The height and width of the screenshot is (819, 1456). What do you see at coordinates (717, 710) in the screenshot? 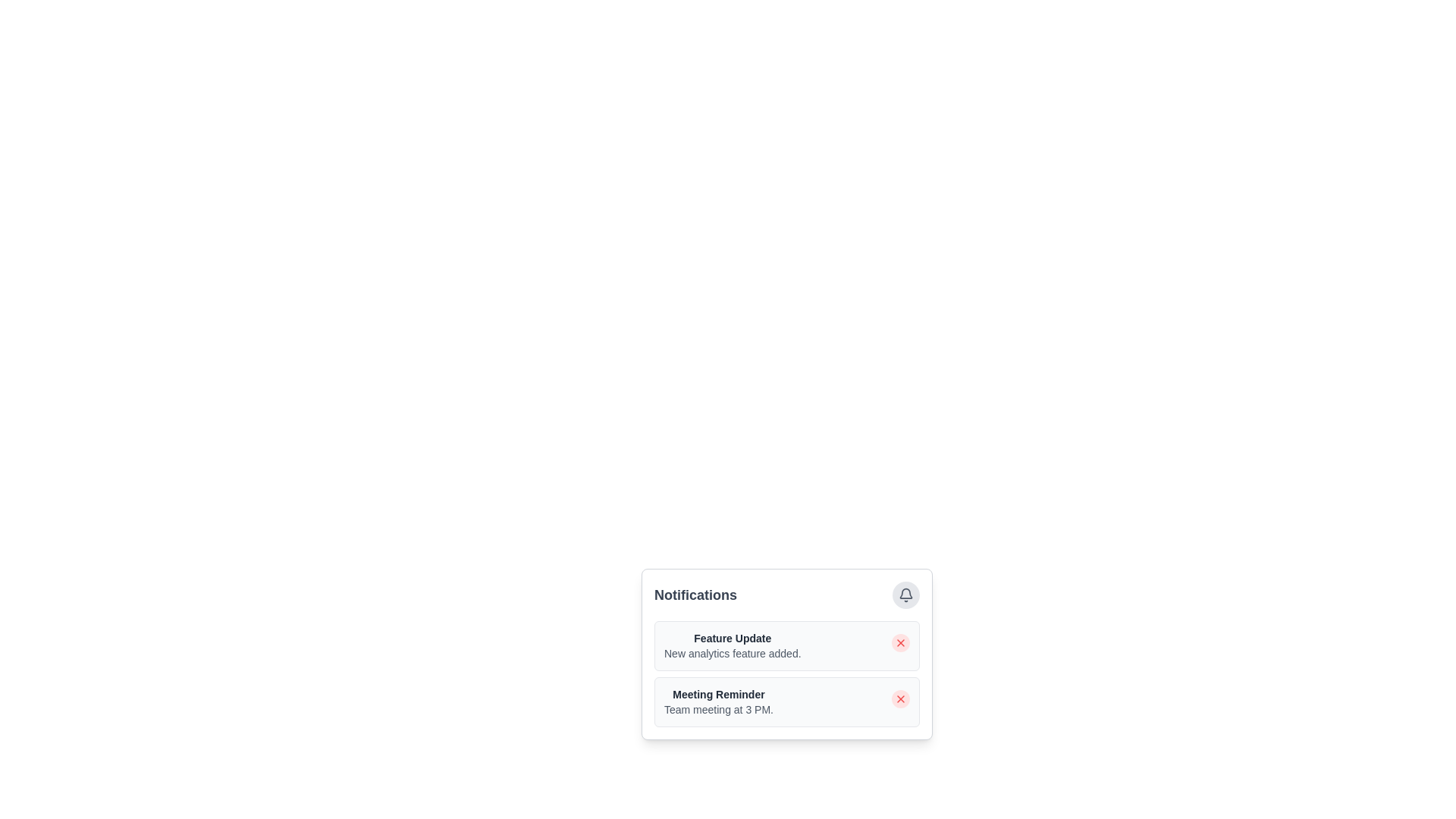
I see `the text label displaying 'Team meeting at 3 PM.' located in the bottom notification box below the 'Meeting Reminder' heading` at bounding box center [717, 710].